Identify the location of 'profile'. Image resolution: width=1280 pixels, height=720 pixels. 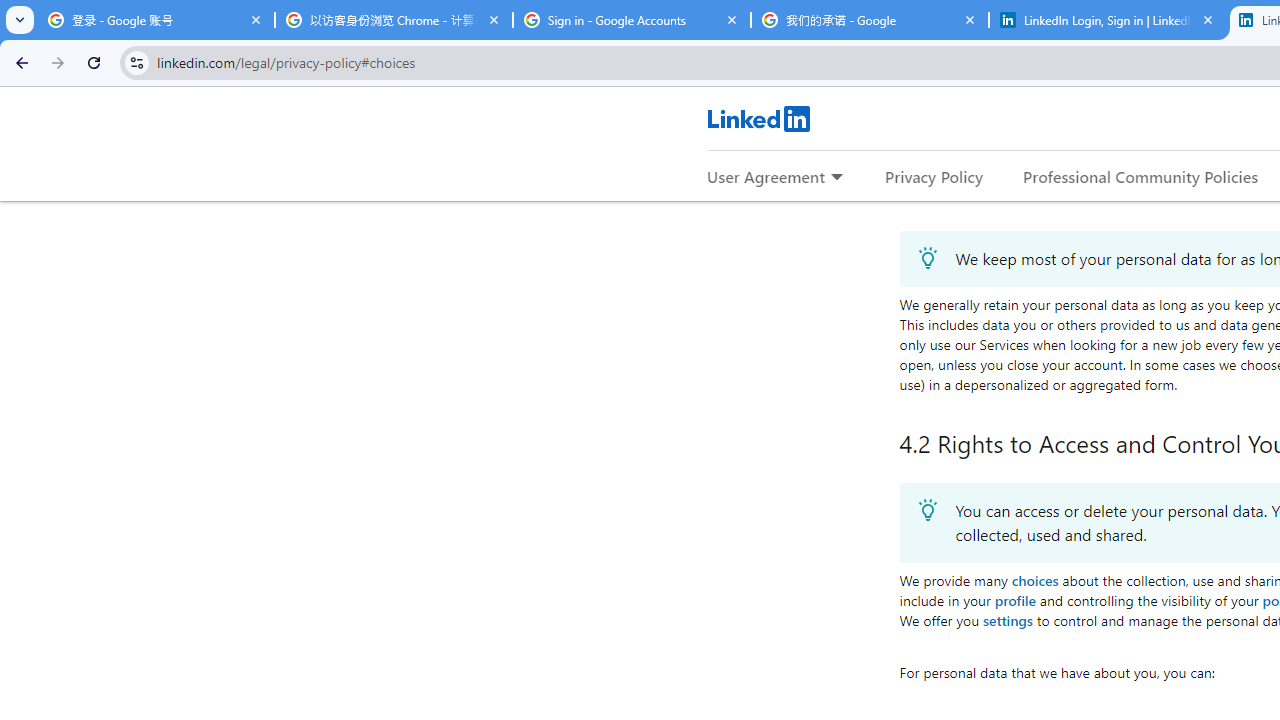
(1015, 598).